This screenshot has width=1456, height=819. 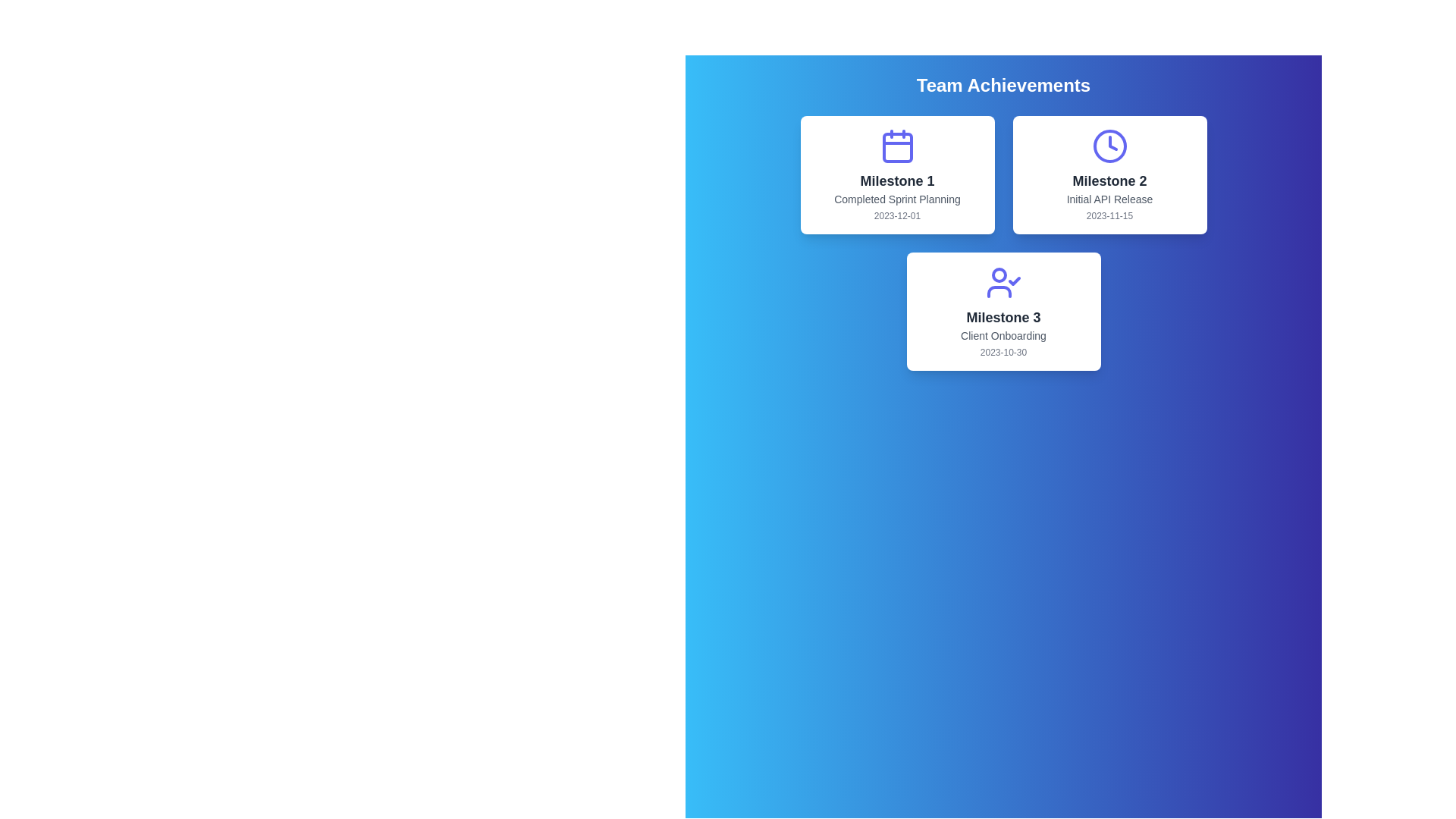 What do you see at coordinates (897, 148) in the screenshot?
I see `the main rectangular SVG element that forms the base structure of the calendar icon located in the 'Milestone 1' card within the 'Team Achievements' section` at bounding box center [897, 148].